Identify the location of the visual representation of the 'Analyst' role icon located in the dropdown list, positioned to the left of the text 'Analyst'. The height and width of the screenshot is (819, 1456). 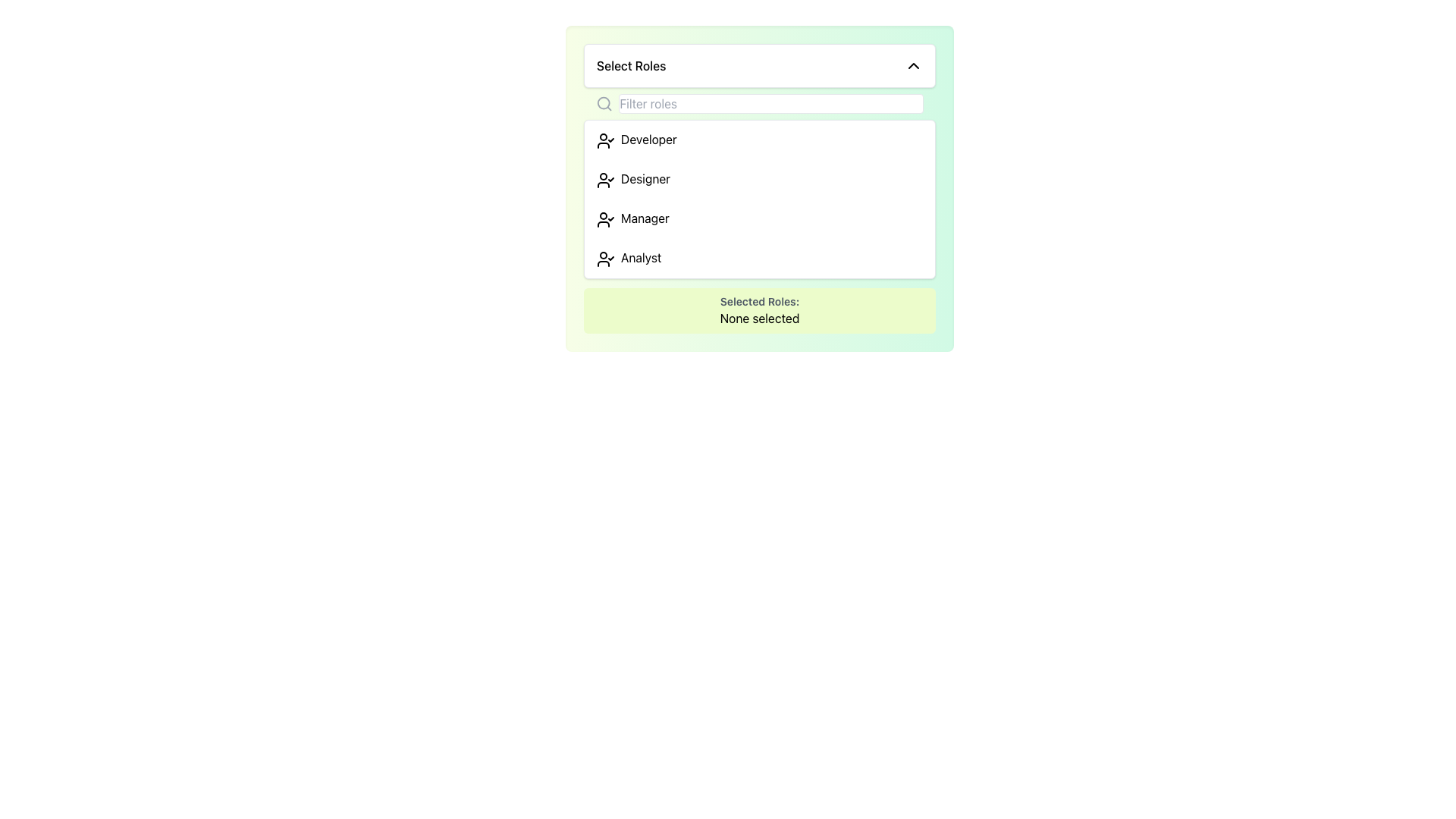
(604, 257).